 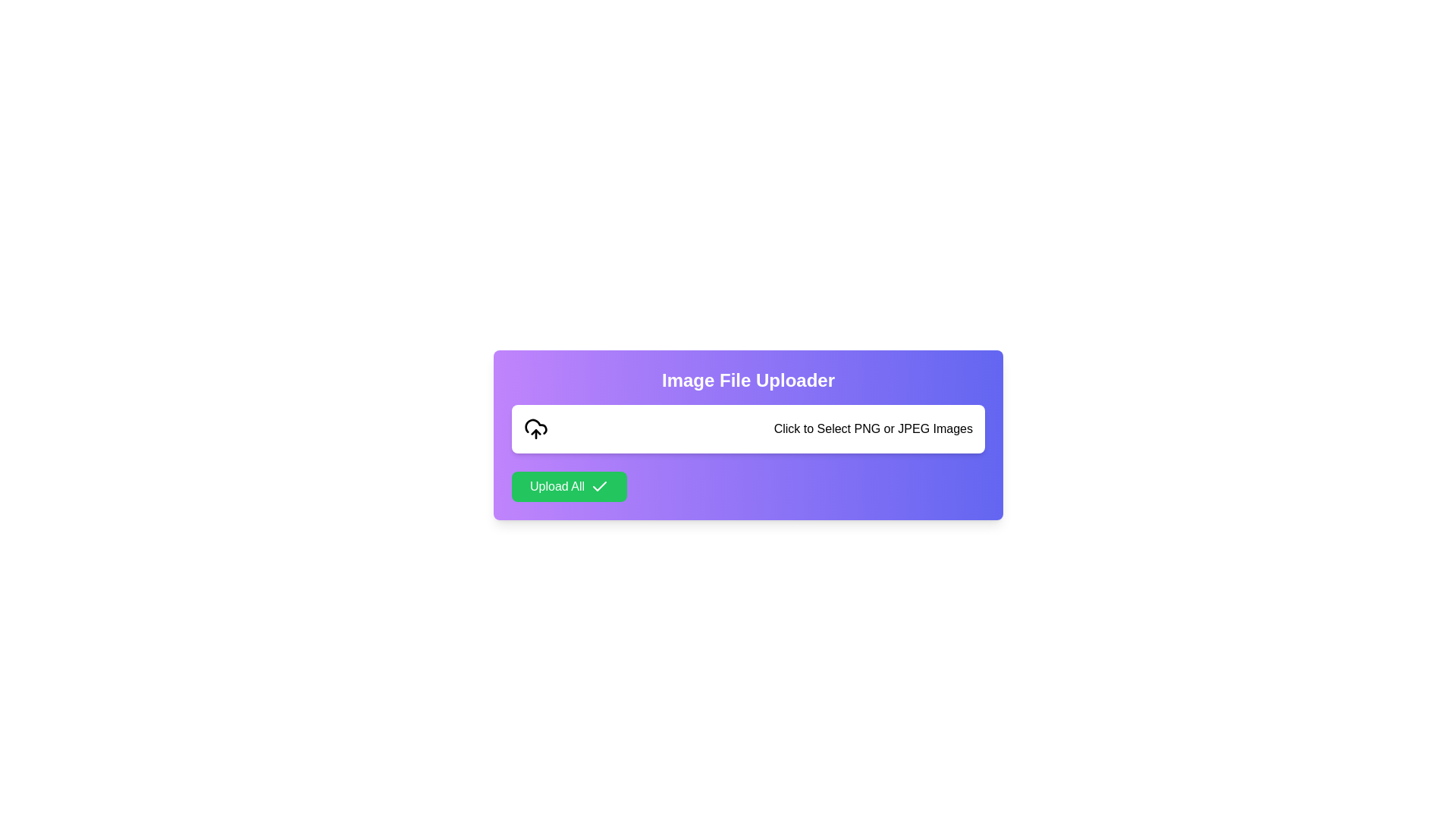 What do you see at coordinates (873, 429) in the screenshot?
I see `the text label reading 'Click to Select PNG or JPEG Images'` at bounding box center [873, 429].